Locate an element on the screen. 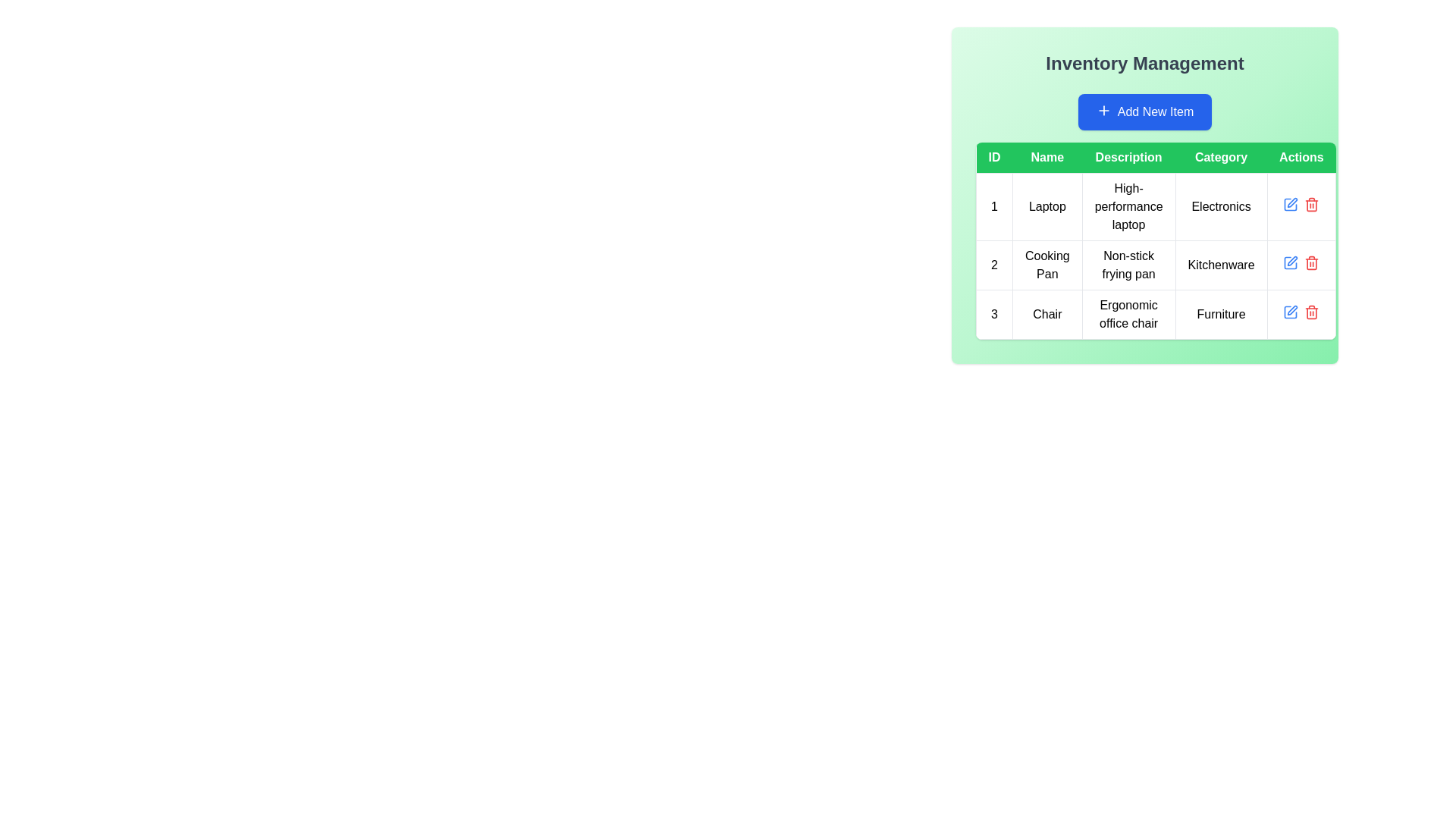 The image size is (1456, 819). the Trash Can icon in the Actions column of the table is located at coordinates (1311, 203).